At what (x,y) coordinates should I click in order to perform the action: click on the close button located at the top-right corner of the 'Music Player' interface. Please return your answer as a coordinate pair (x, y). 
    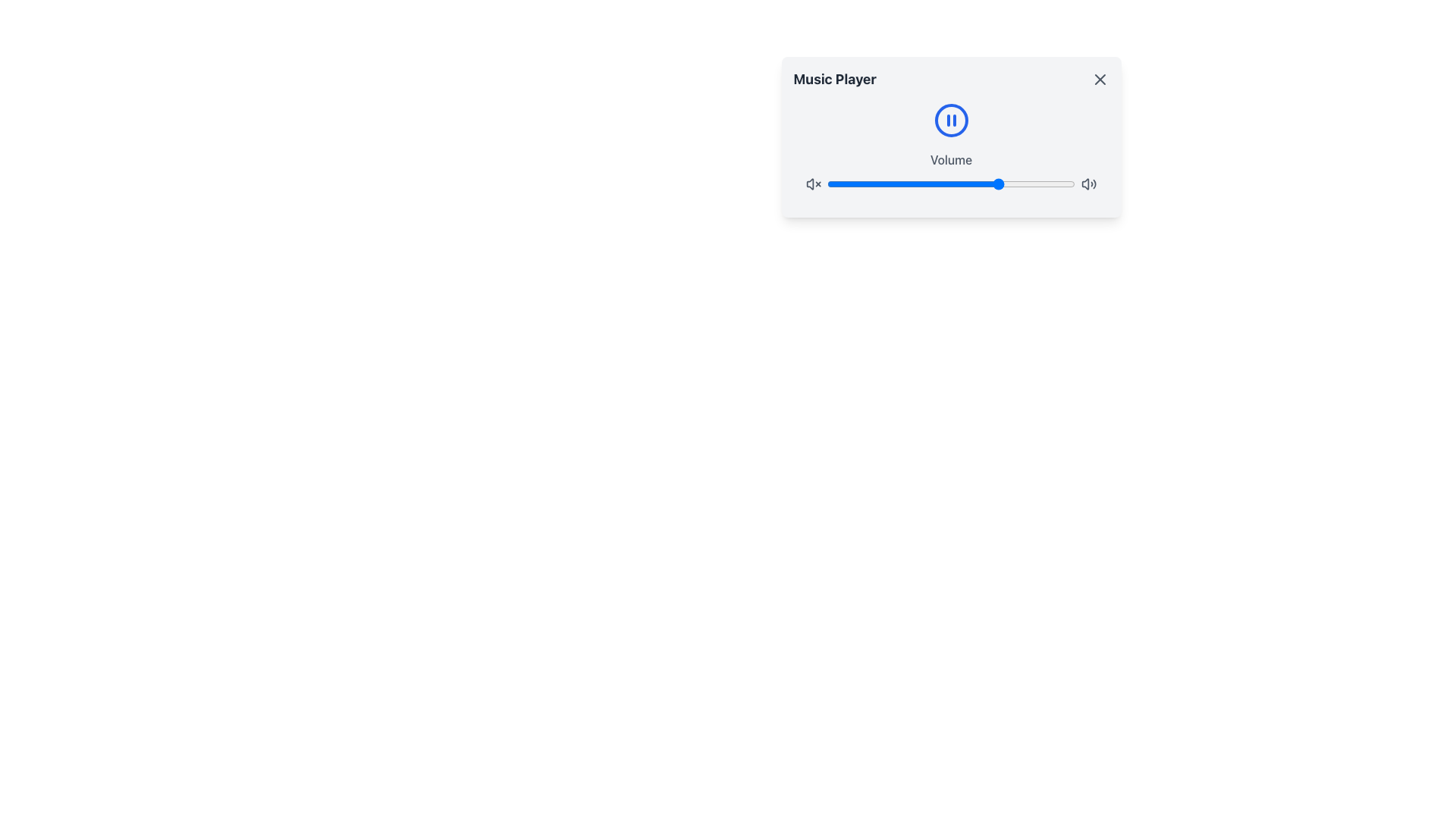
    Looking at the image, I should click on (1100, 79).